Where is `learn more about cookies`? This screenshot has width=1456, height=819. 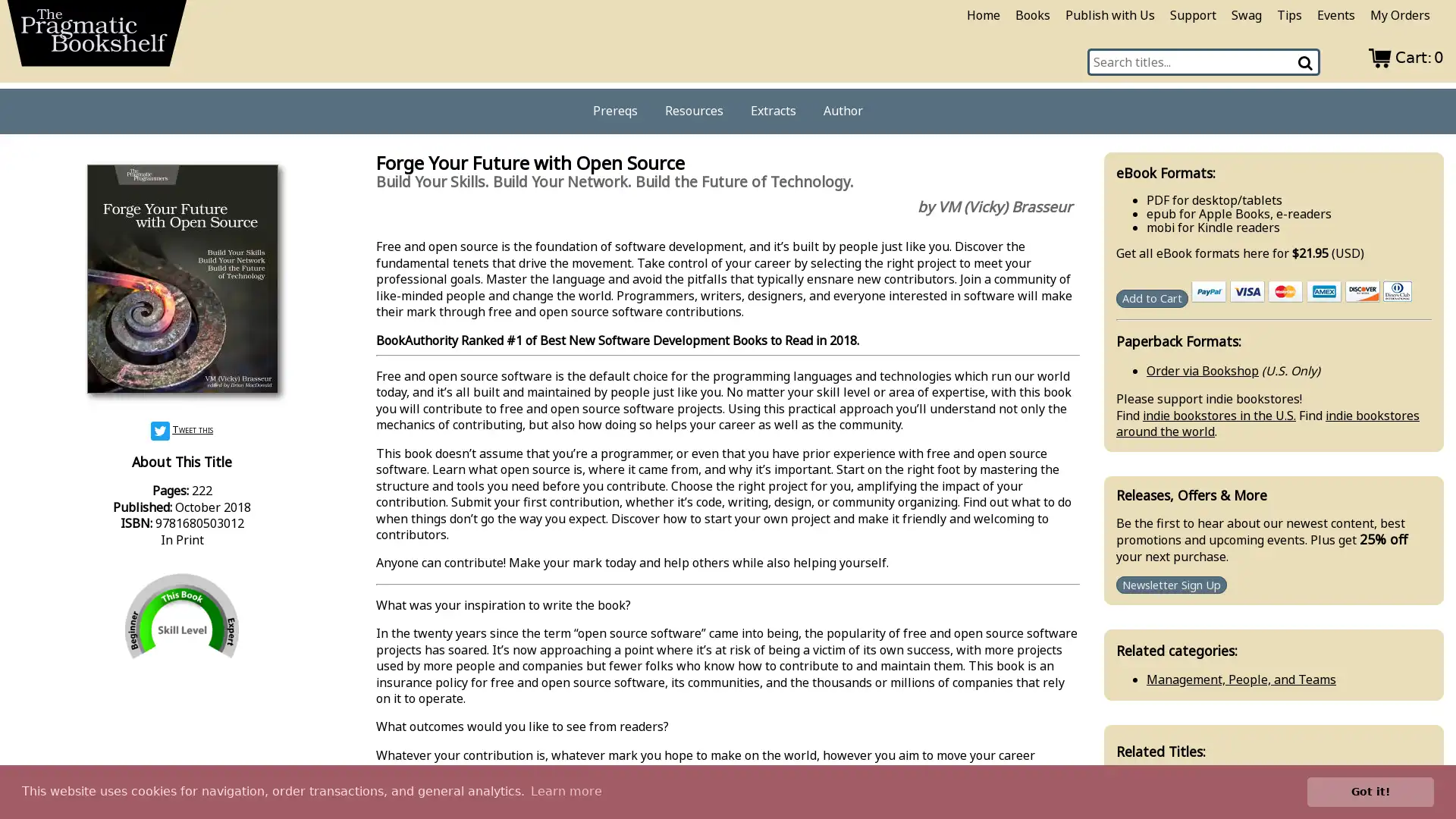
learn more about cookies is located at coordinates (565, 791).